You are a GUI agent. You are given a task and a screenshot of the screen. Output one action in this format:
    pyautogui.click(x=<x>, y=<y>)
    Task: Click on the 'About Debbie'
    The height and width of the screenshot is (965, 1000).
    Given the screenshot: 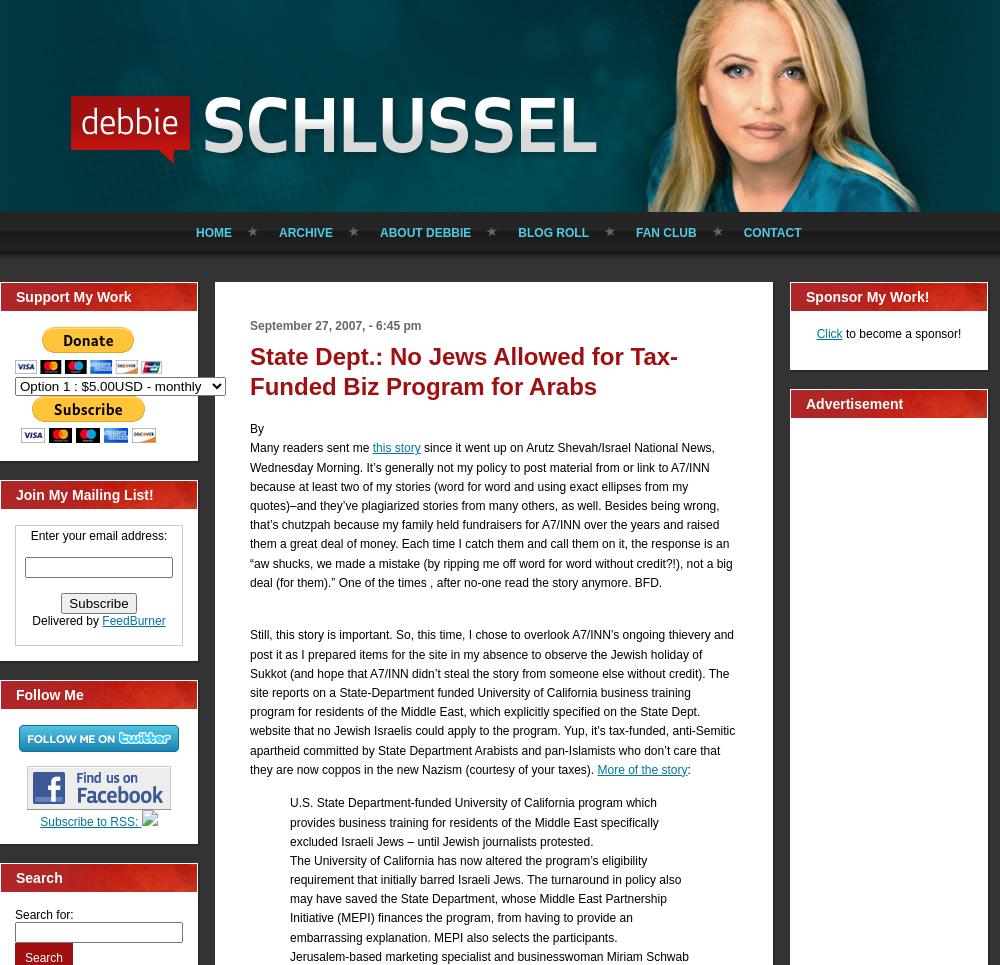 What is the action you would take?
    pyautogui.click(x=380, y=232)
    